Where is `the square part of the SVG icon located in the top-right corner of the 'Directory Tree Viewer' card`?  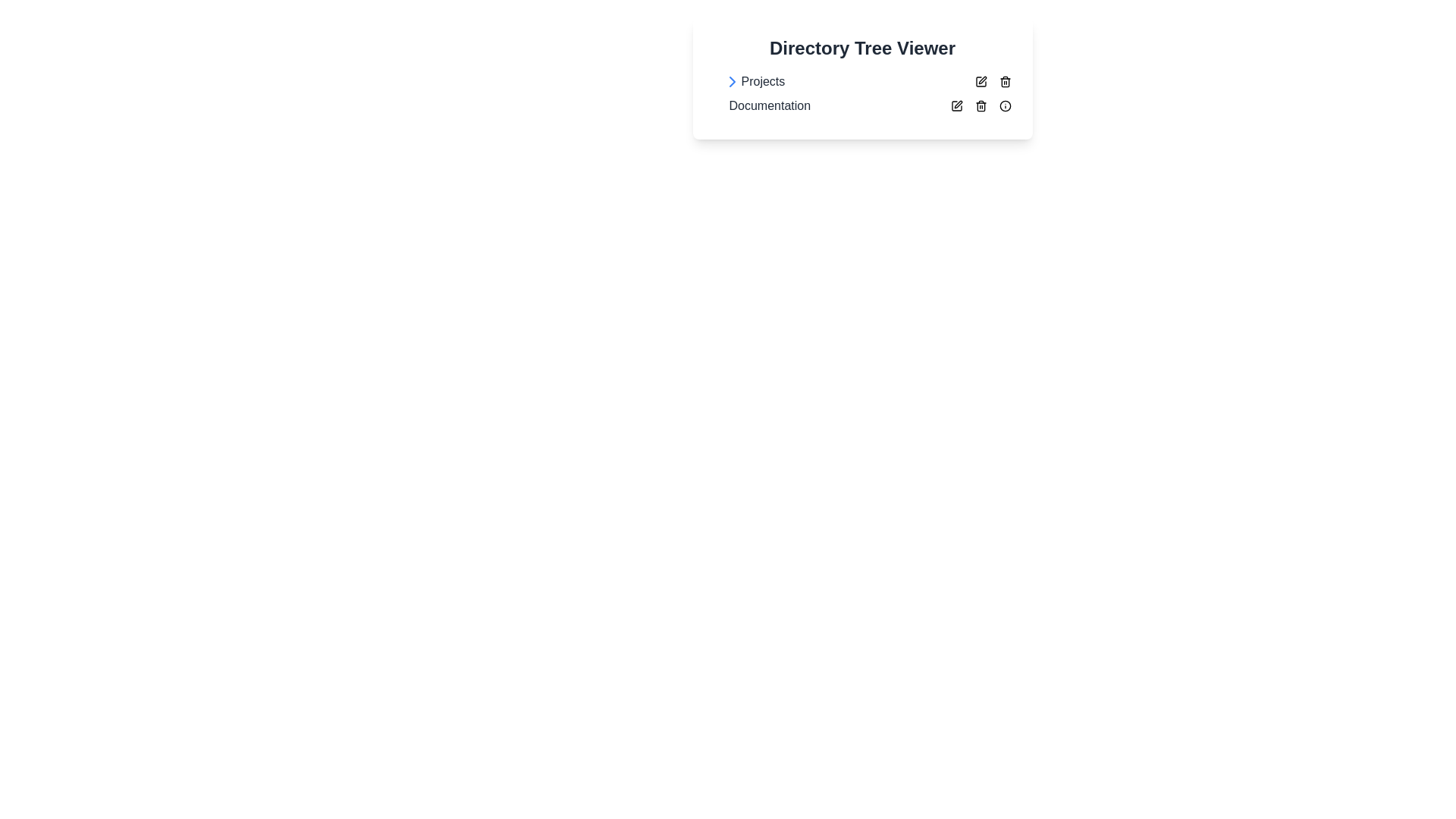
the square part of the SVG icon located in the top-right corner of the 'Directory Tree Viewer' card is located at coordinates (981, 82).